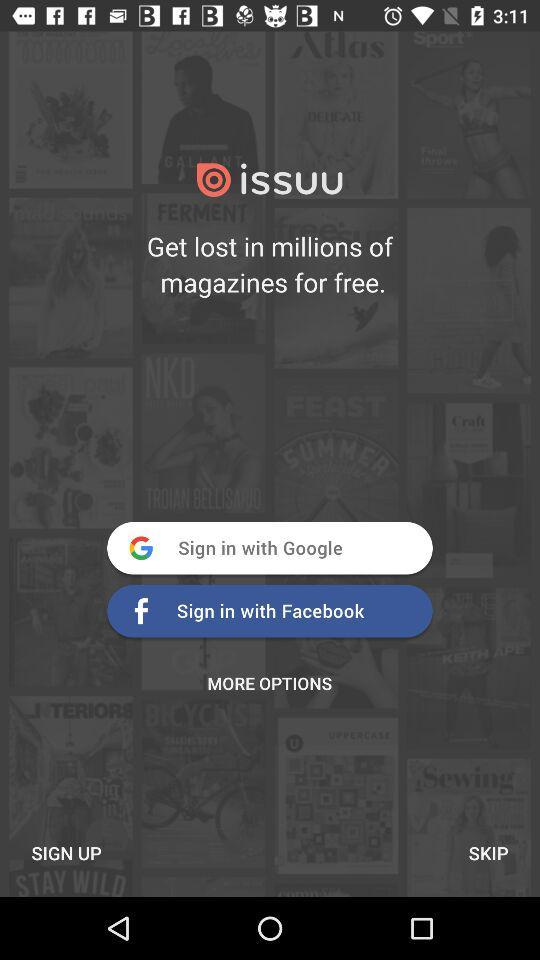  I want to click on item next to skip, so click(66, 852).